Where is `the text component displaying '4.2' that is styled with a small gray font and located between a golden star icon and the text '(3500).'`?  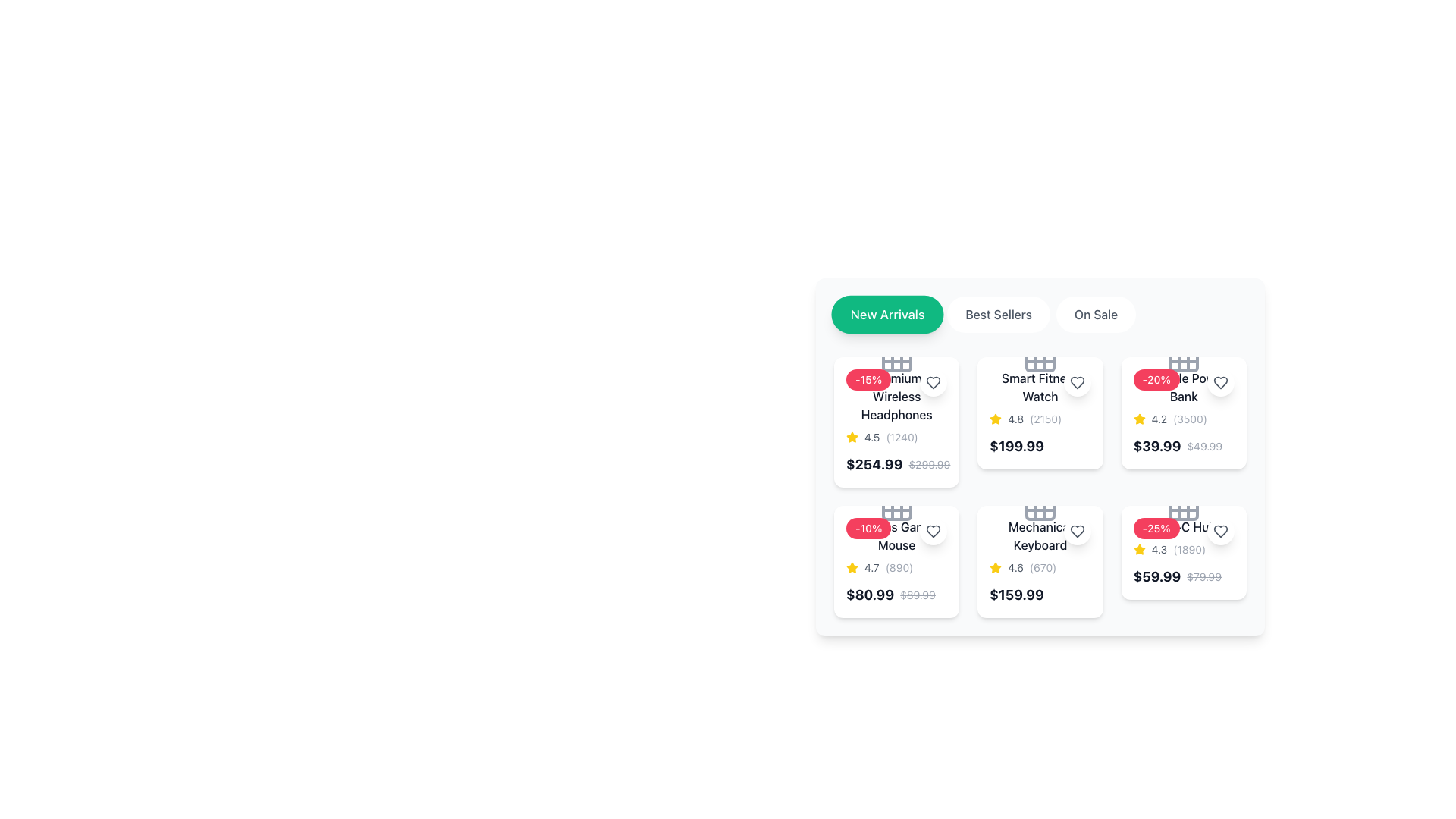 the text component displaying '4.2' that is styled with a small gray font and located between a golden star icon and the text '(3500).' is located at coordinates (1158, 419).